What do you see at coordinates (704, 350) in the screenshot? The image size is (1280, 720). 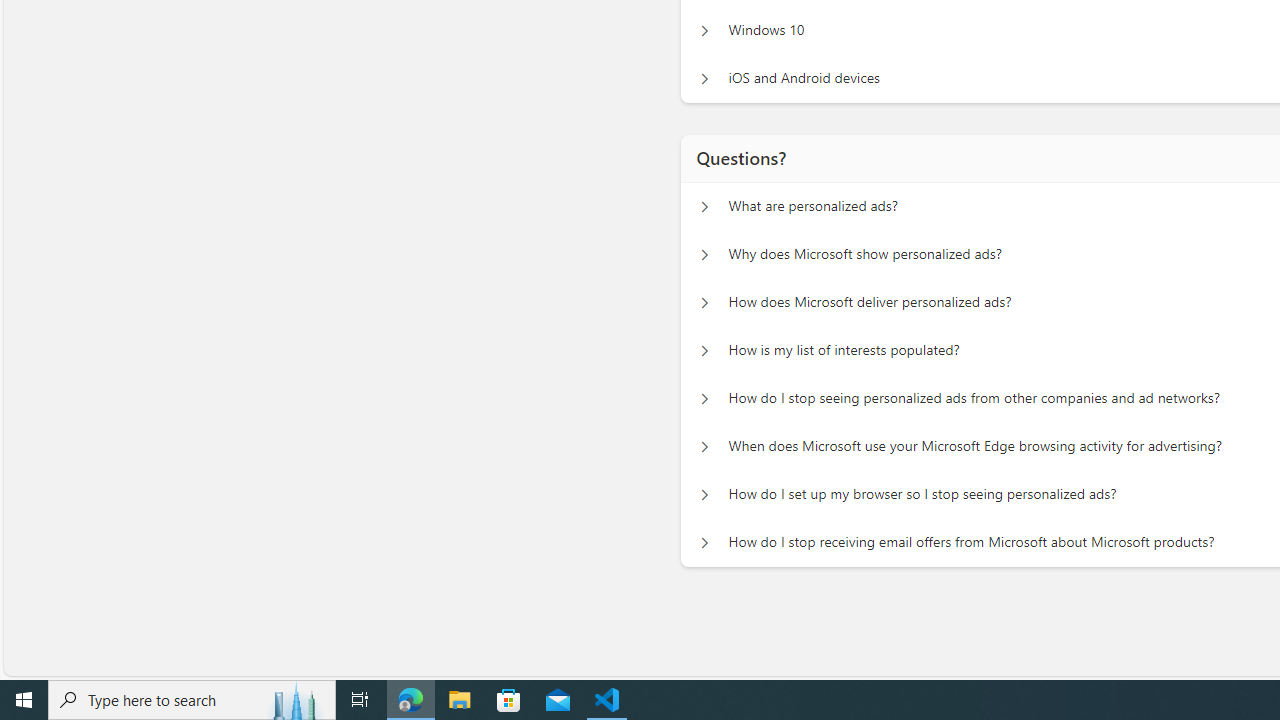 I see `'Questions? How is my list of interests populated?'` at bounding box center [704, 350].